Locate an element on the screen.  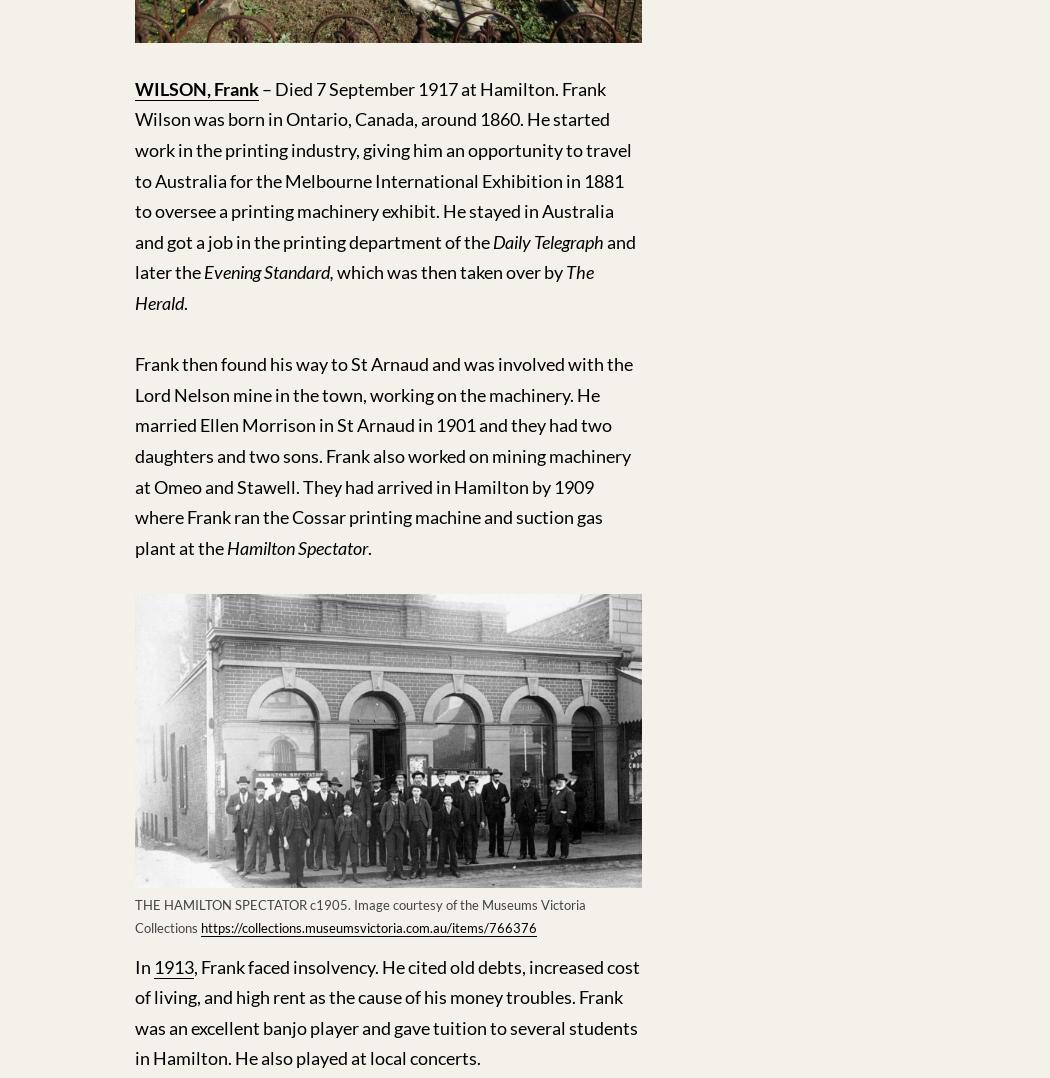
'– Died 7 September 1917 at Hamilton. Frank Wilson was born in Ontario, Canada, around 1860. He started work in the printing industry, giving him an opportunity to travel to Australia for the Melbourne International Exhibition in 1881 to oversee a printing machinery exhibit. He stayed in Australia and got a job in the printing department of the' is located at coordinates (134, 163).